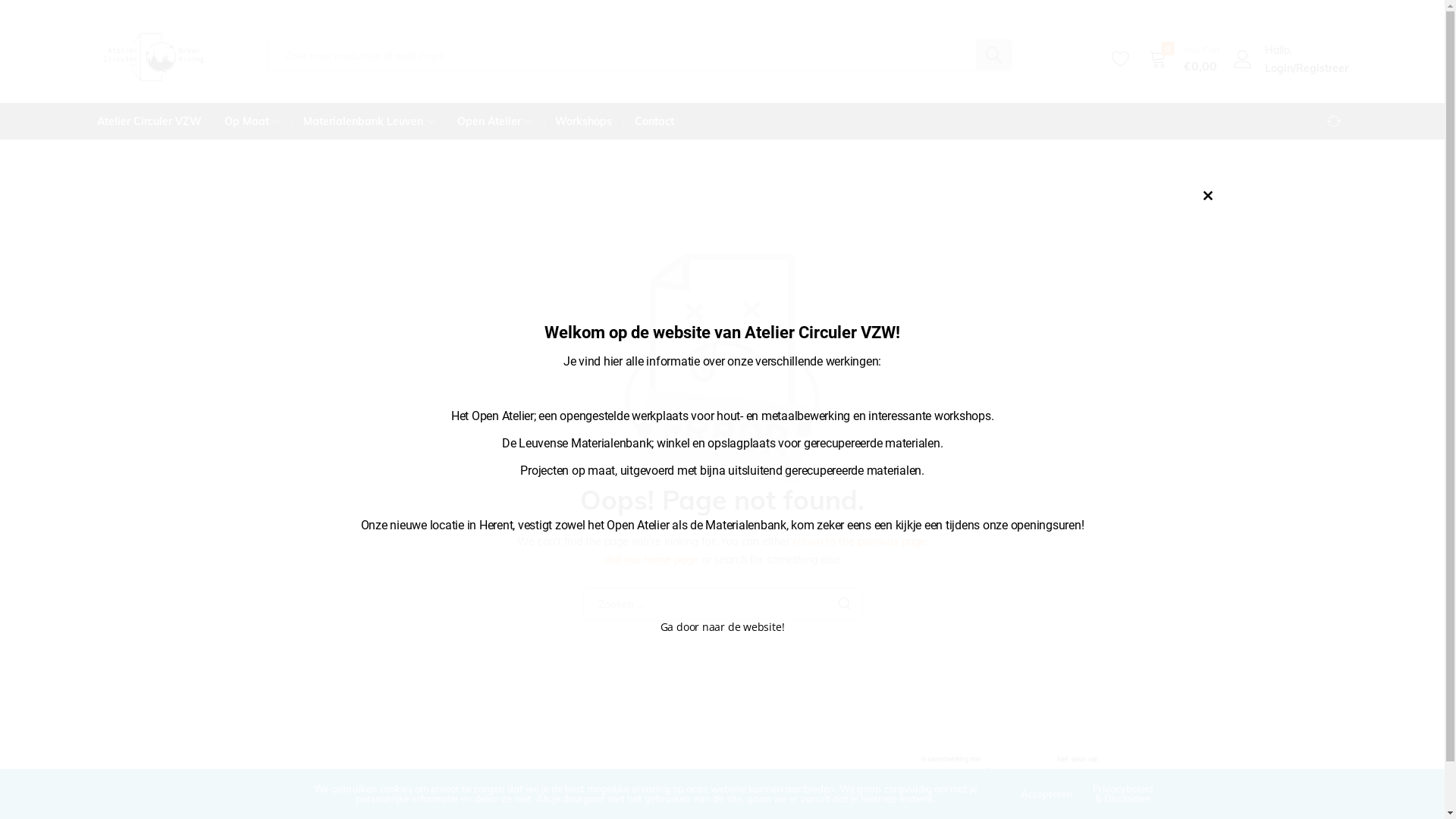 The image size is (1456, 819). Describe the element at coordinates (654, 120) in the screenshot. I see `'Contact'` at that location.